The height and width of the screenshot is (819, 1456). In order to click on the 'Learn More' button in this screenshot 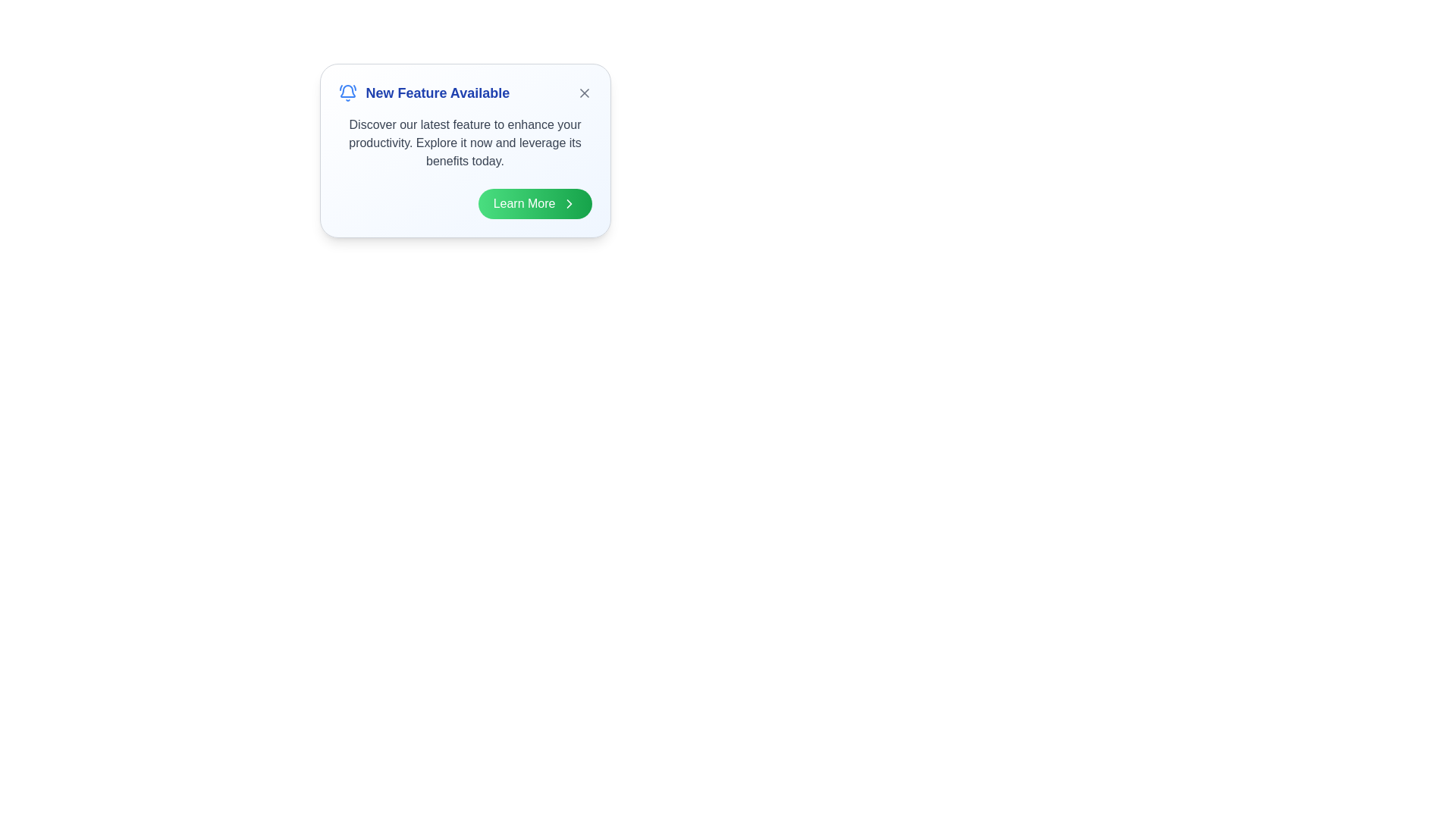, I will do `click(535, 203)`.